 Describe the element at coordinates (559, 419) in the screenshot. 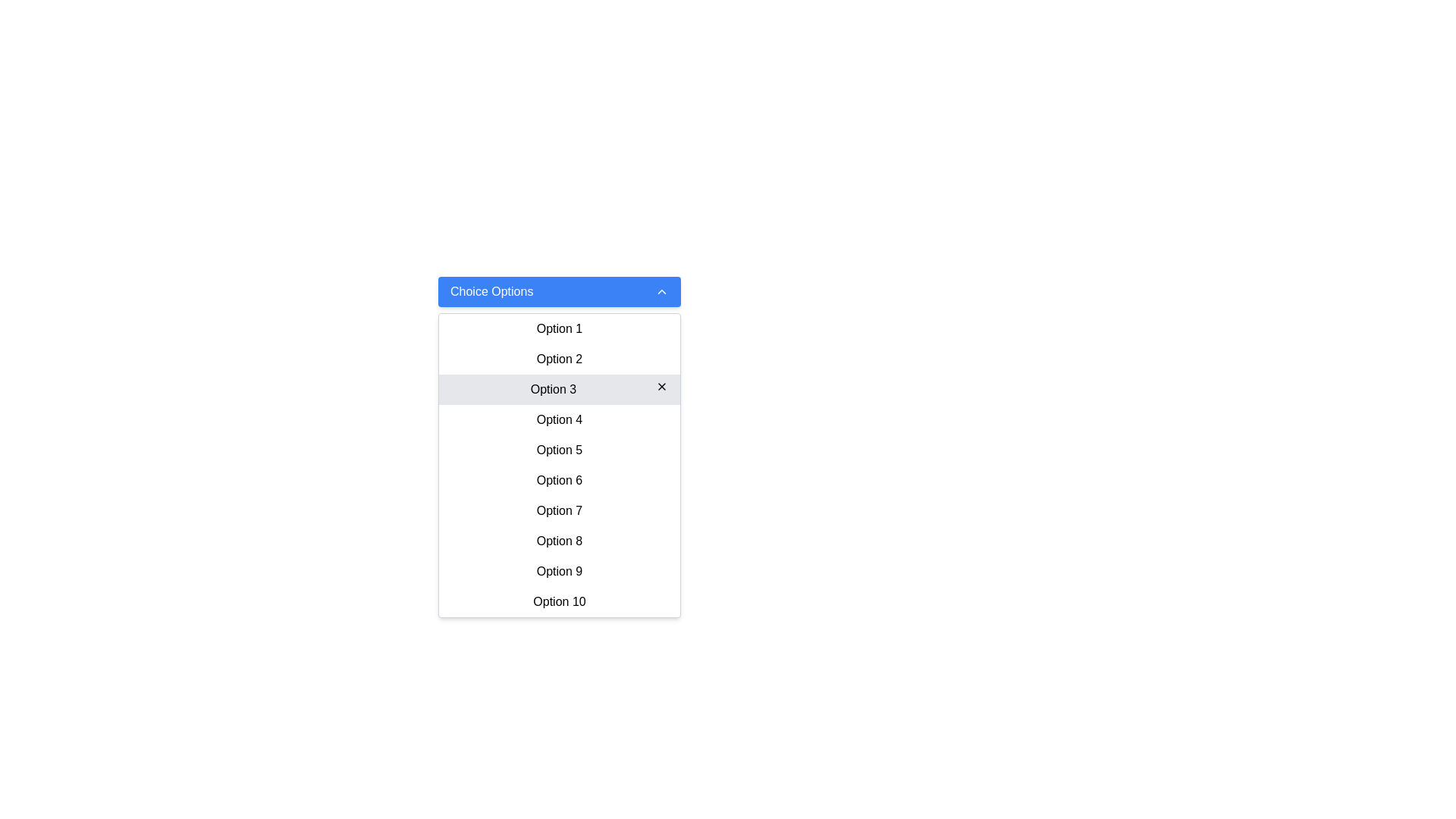

I see `the 'Option 4' text label within the dropdown menu` at that location.